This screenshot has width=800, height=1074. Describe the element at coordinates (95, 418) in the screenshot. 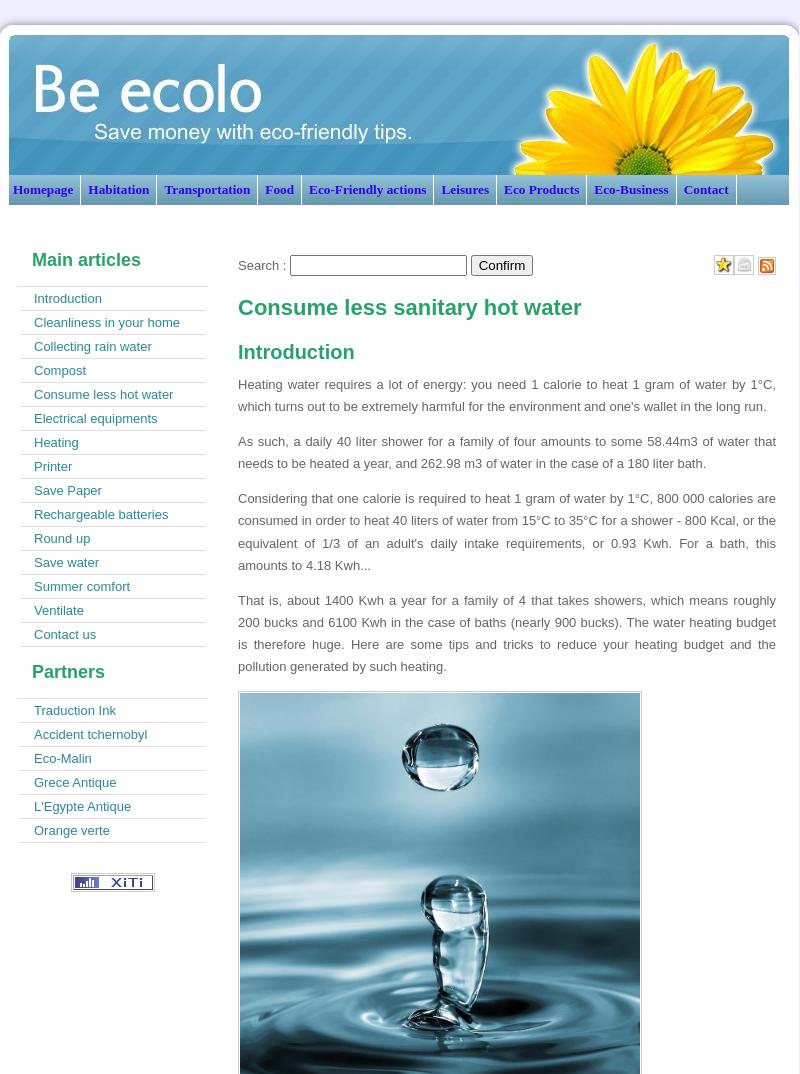

I see `'Electrical equipments'` at that location.